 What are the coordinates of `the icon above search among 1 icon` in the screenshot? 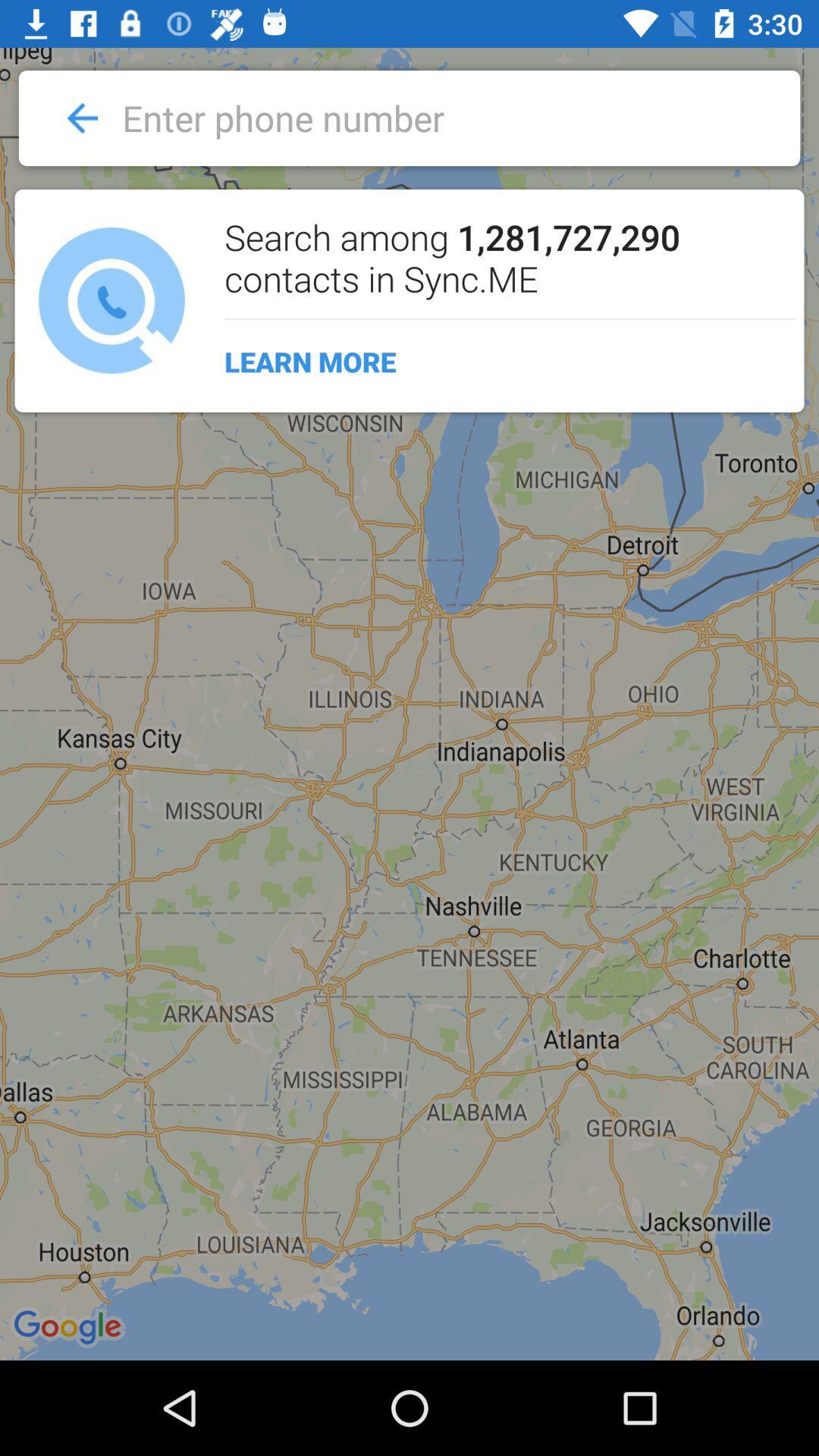 It's located at (417, 117).